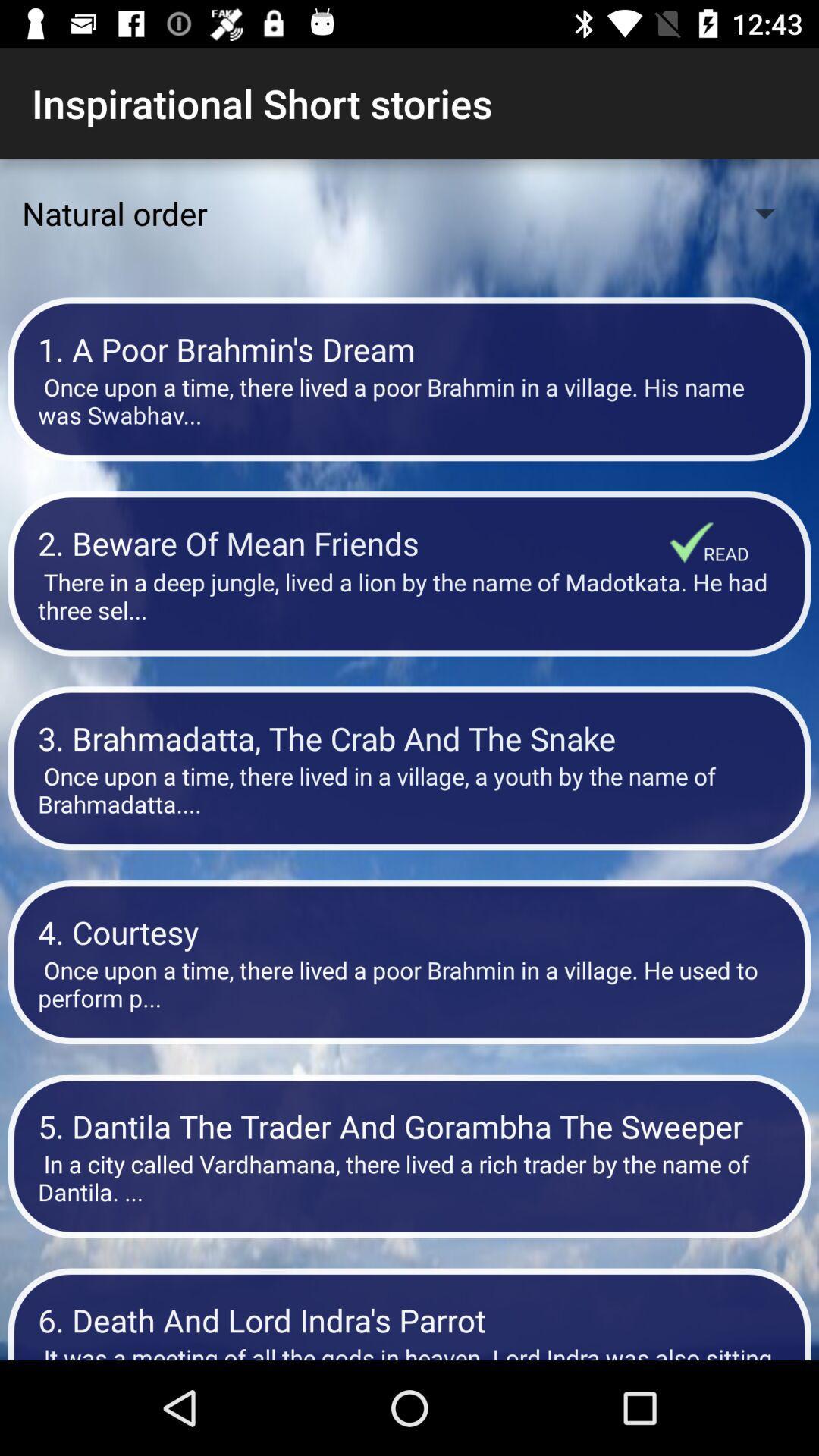 Image resolution: width=819 pixels, height=1456 pixels. What do you see at coordinates (409, 1319) in the screenshot?
I see `the 6 death and icon` at bounding box center [409, 1319].